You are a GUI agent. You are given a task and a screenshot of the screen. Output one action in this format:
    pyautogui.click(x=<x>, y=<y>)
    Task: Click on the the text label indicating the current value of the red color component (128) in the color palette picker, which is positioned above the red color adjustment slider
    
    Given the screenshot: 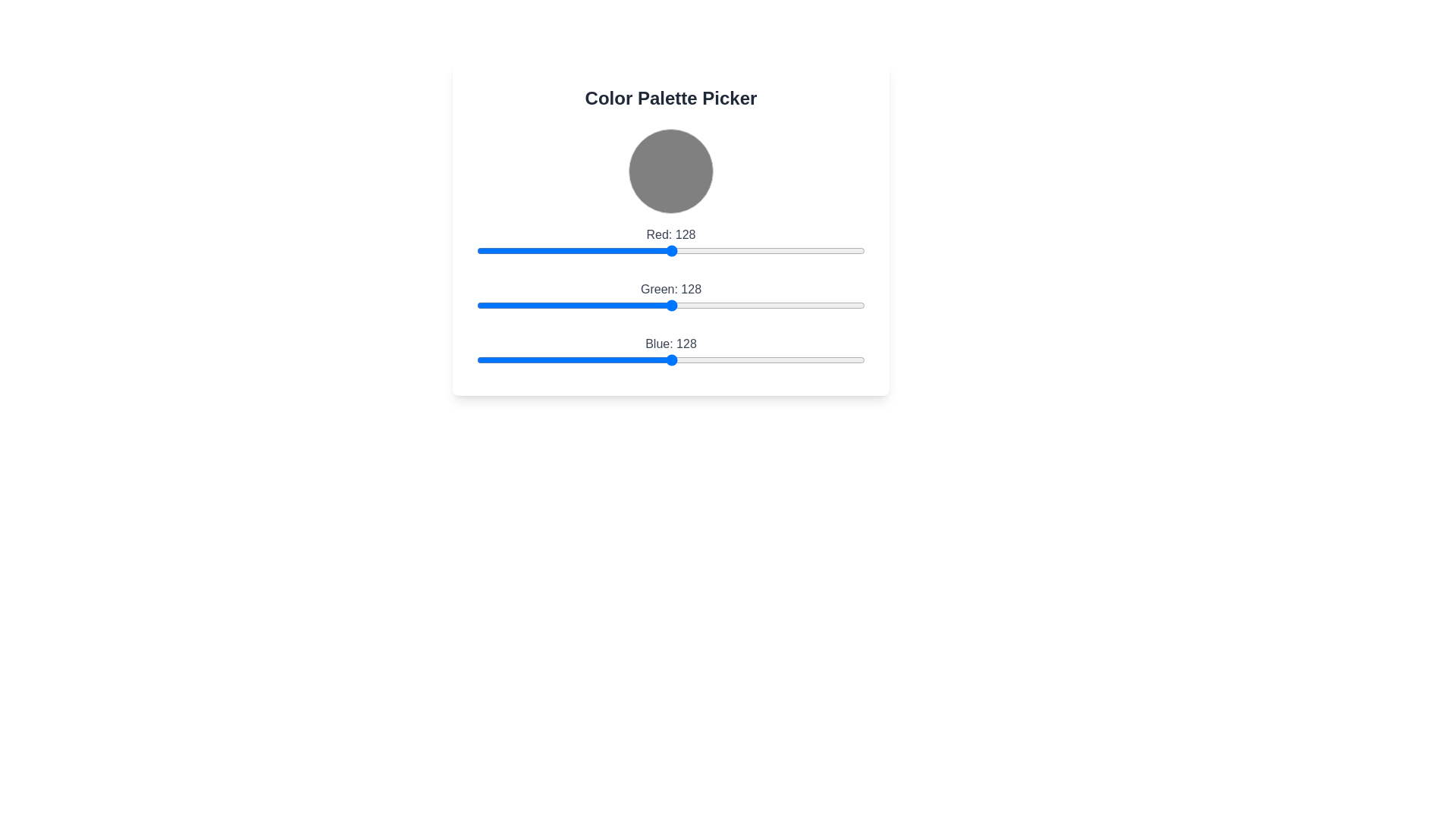 What is the action you would take?
    pyautogui.click(x=670, y=234)
    